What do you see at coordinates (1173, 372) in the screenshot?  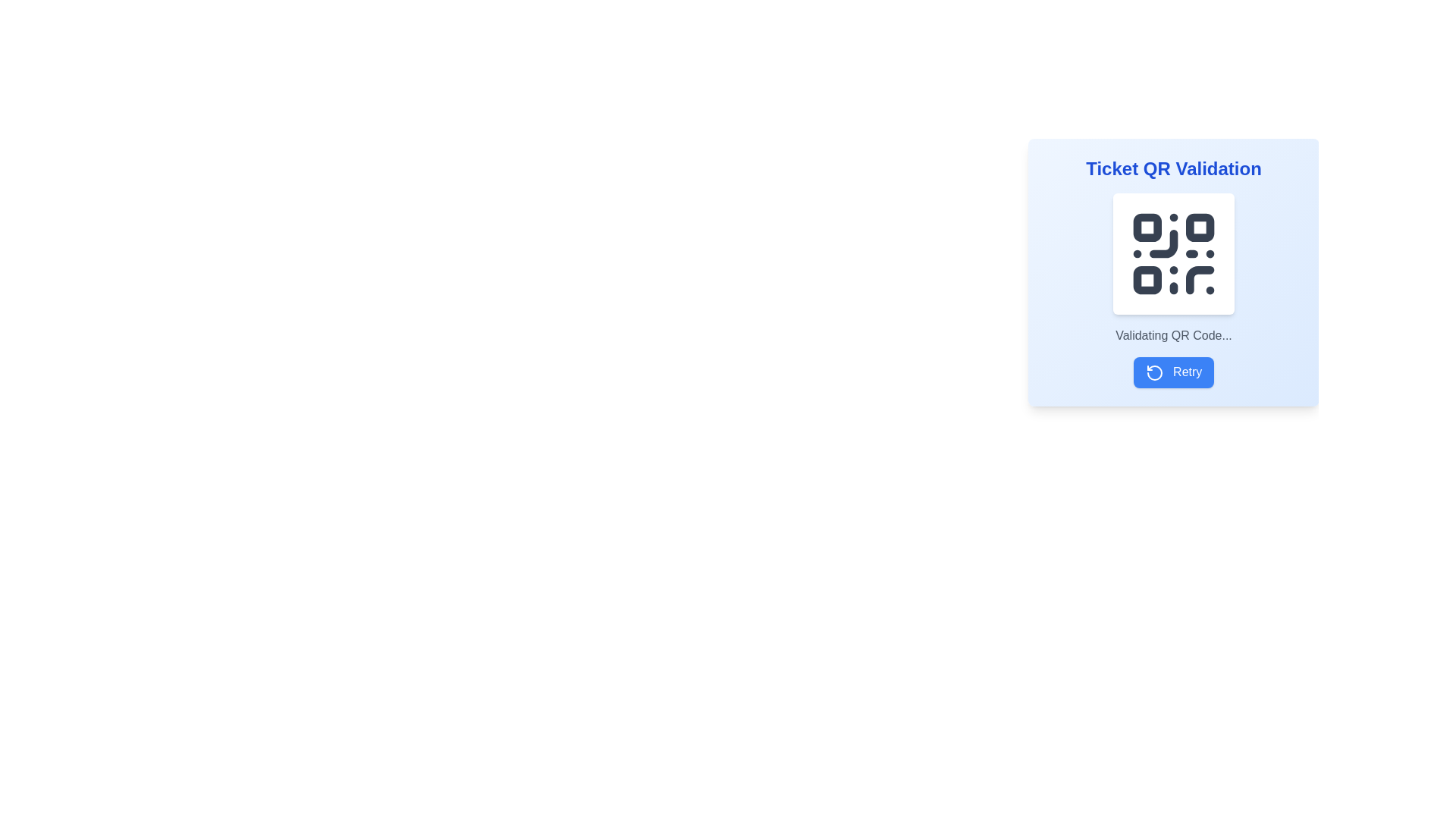 I see `the retry button that is centrally located below the 'Validating QR Code...' text` at bounding box center [1173, 372].